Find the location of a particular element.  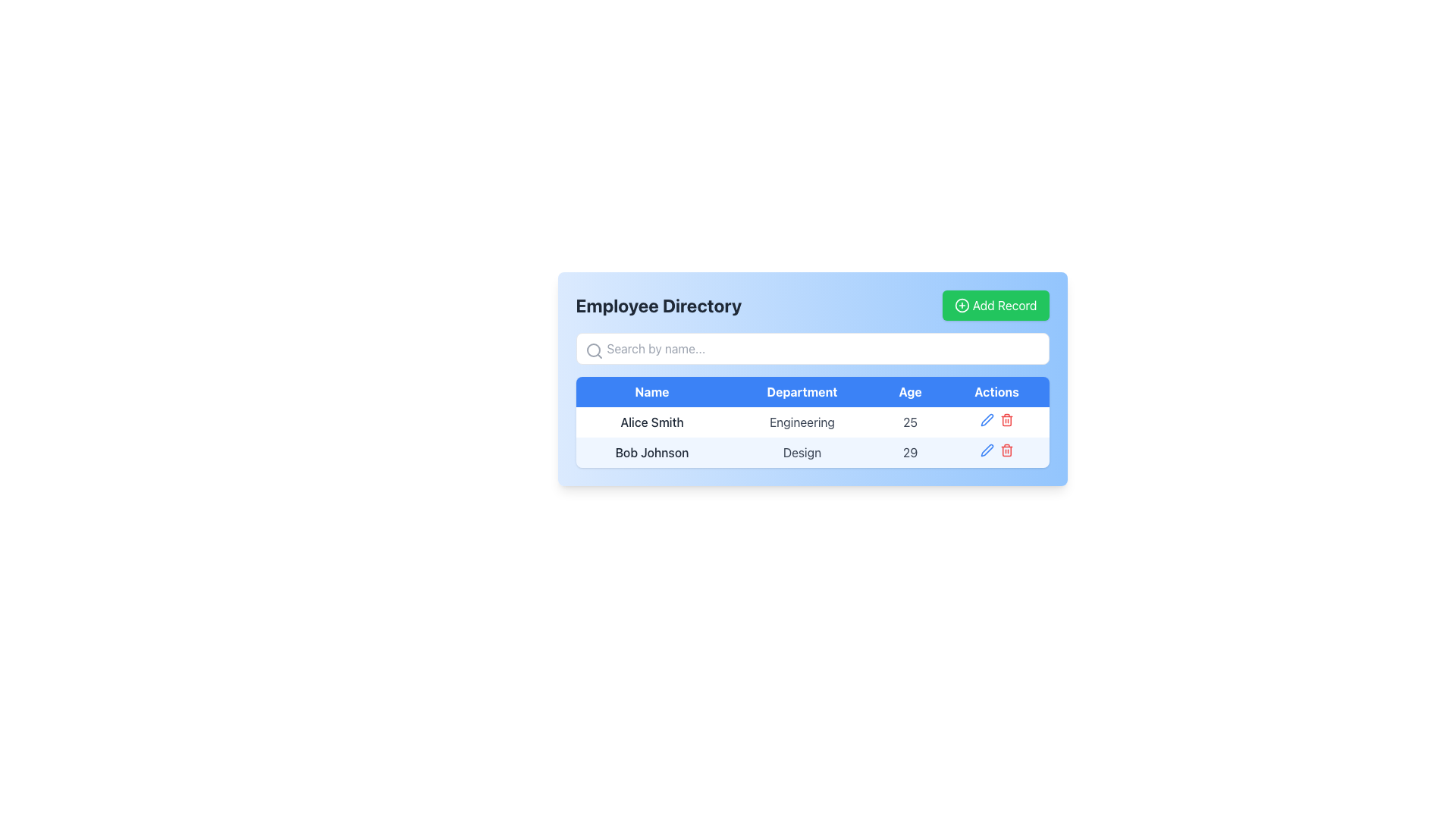

the circular icon with a '+' symbol inside, located in the top right corner of the interface, within the 'Add Record' green button is located at coordinates (961, 305).